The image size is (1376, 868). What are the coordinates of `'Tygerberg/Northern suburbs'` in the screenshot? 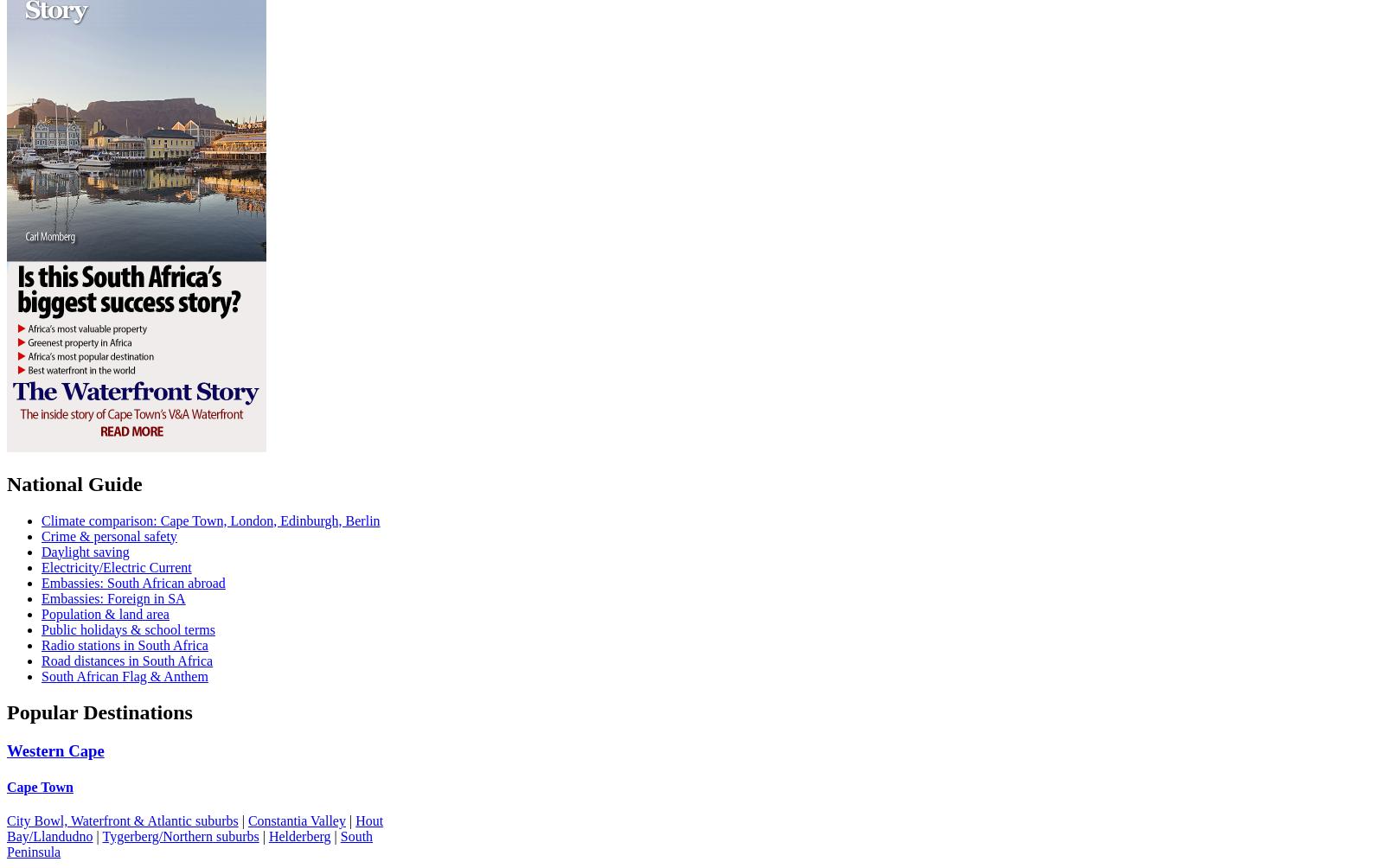 It's located at (179, 834).